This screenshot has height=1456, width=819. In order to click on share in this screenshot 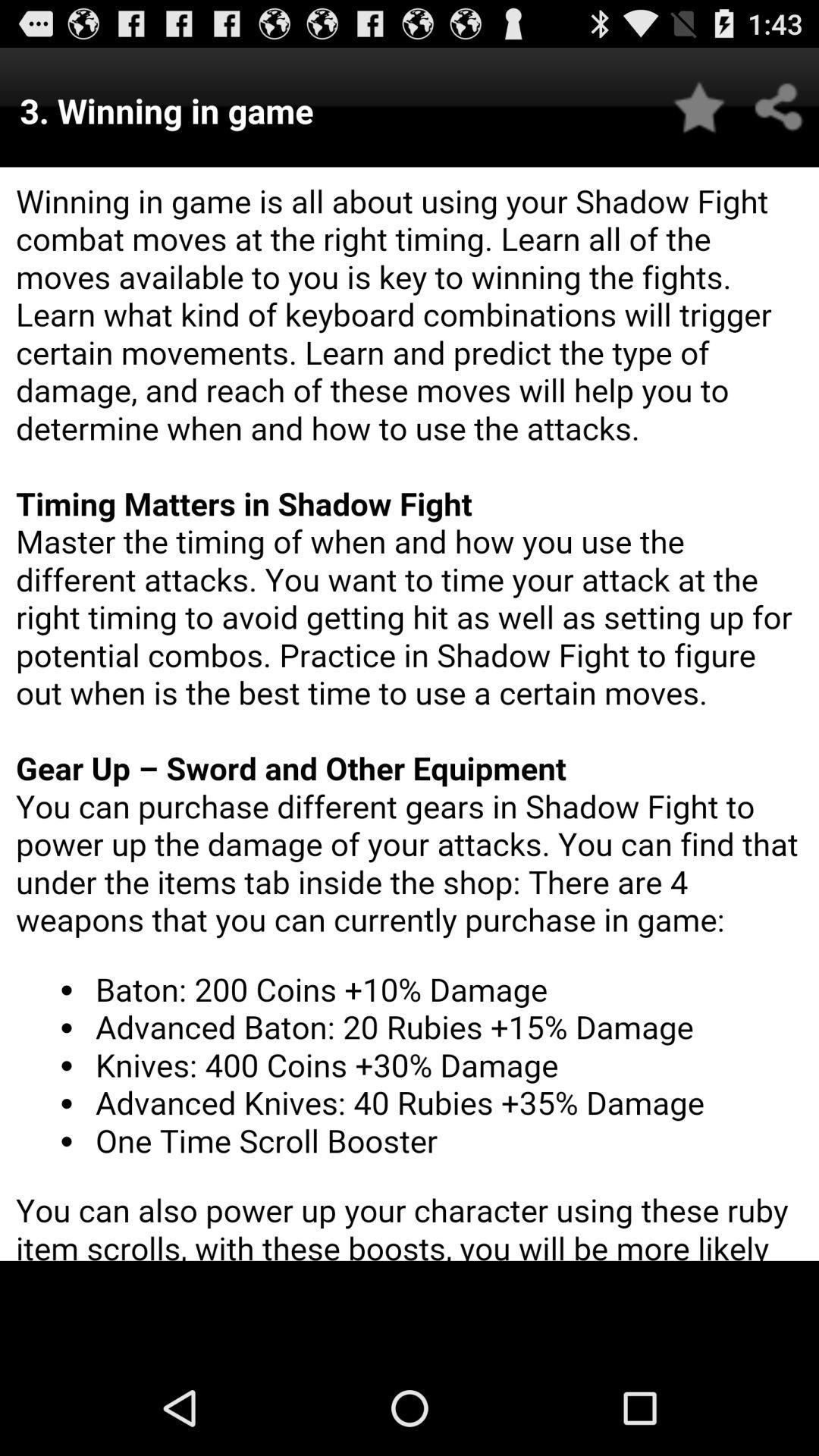, I will do `click(779, 106)`.